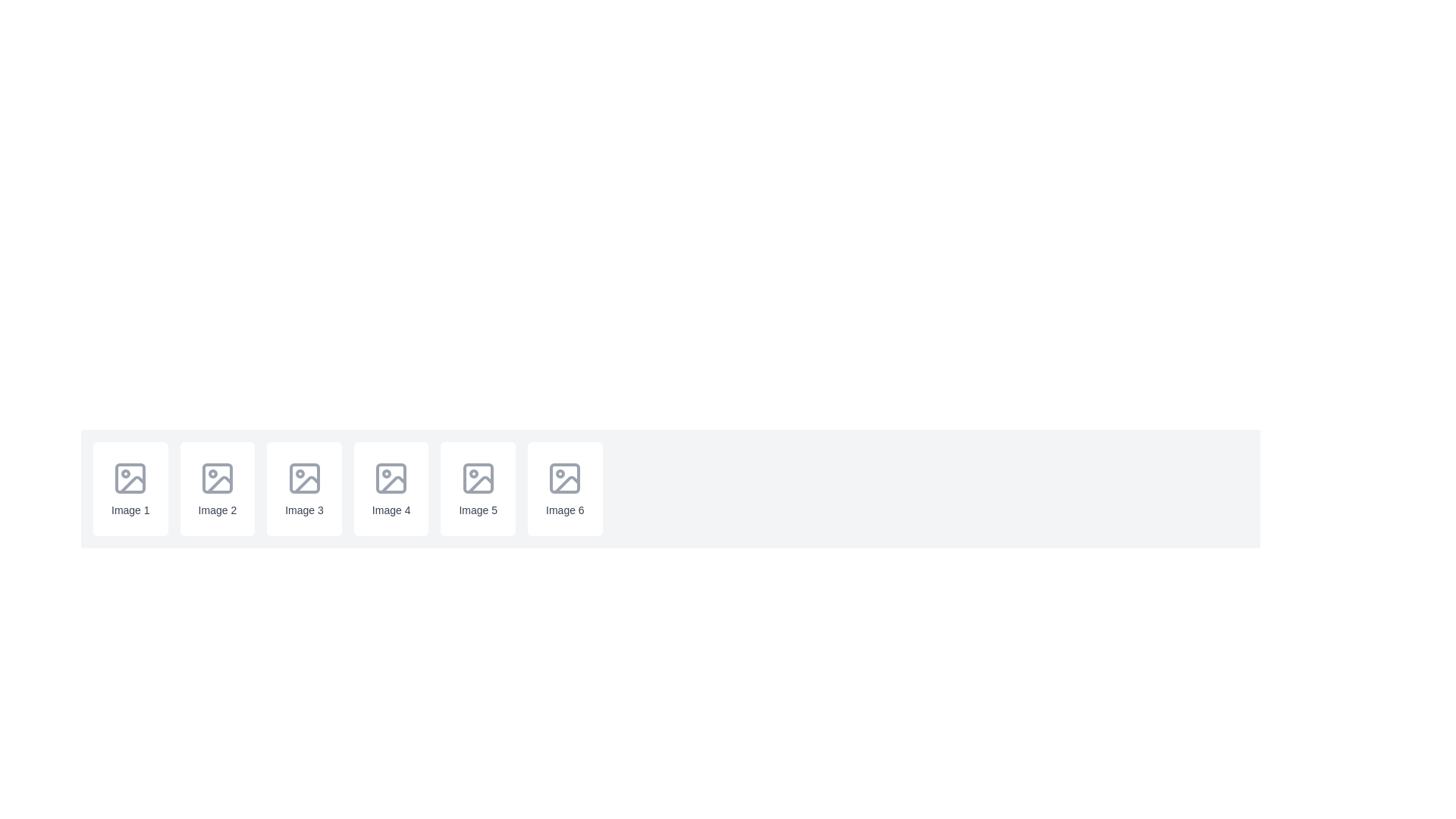 Image resolution: width=1456 pixels, height=819 pixels. I want to click on the text label that provides a description or identifier for the associated image above it, so click(130, 510).